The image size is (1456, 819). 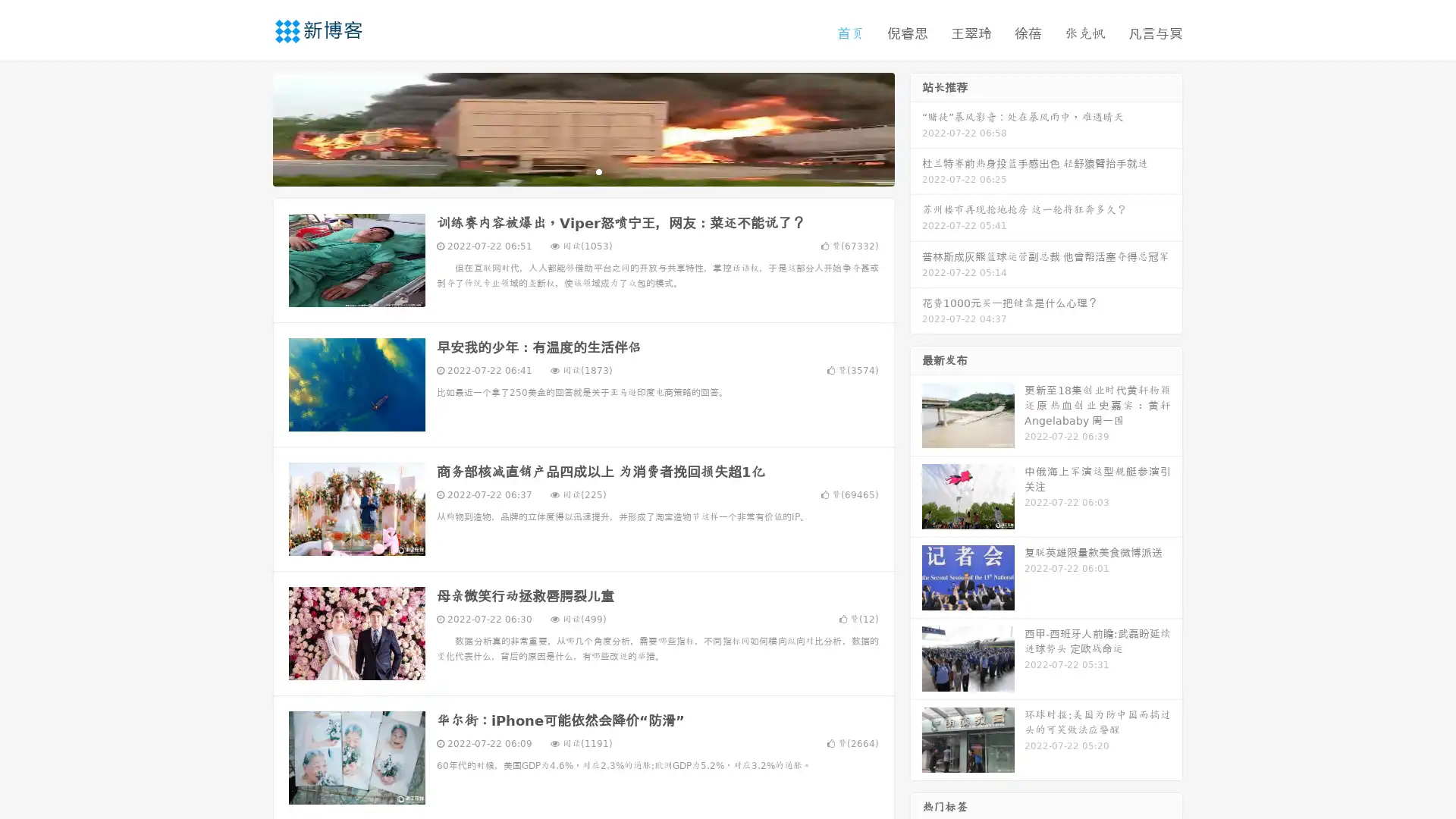 I want to click on Go to slide 1, so click(x=567, y=171).